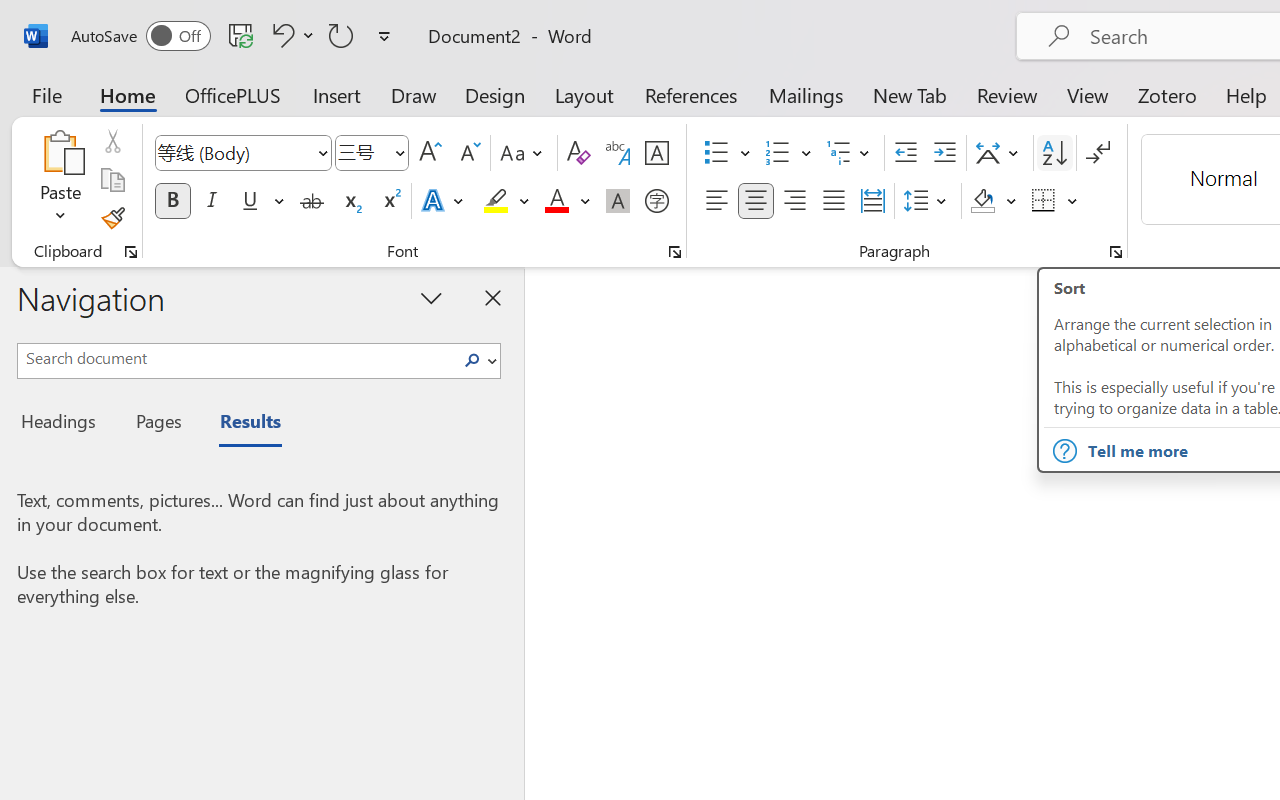  Describe the element at coordinates (172, 201) in the screenshot. I see `'Bold'` at that location.